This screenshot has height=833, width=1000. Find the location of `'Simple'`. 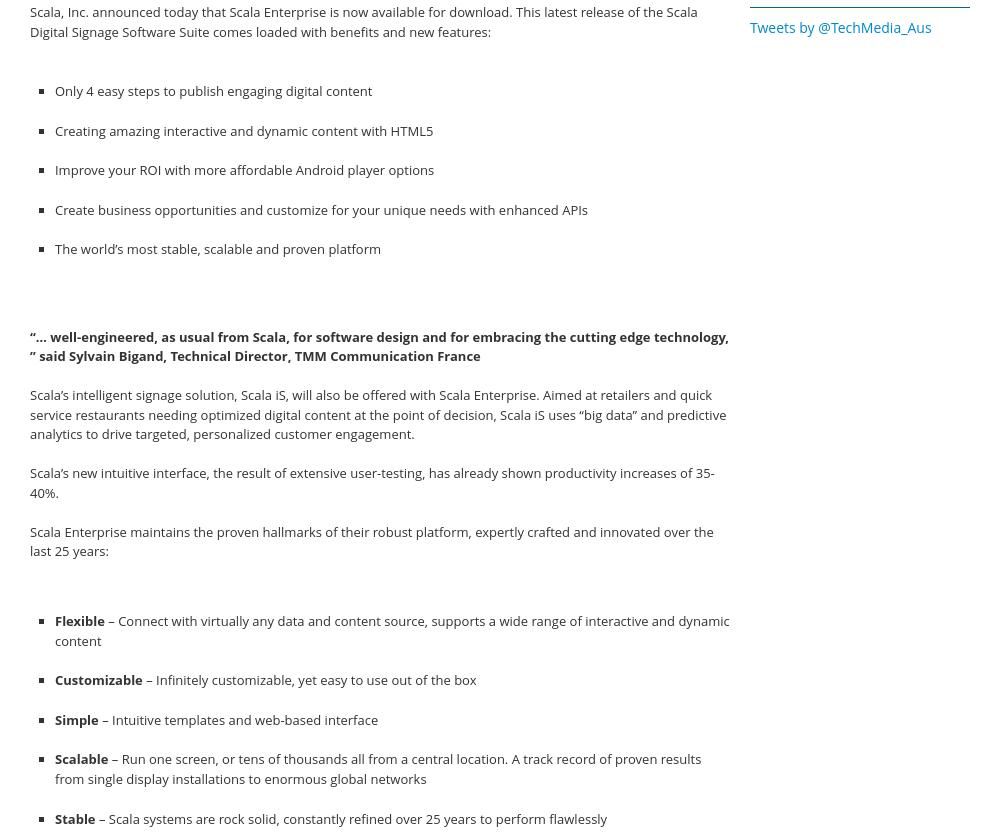

'Simple' is located at coordinates (55, 718).